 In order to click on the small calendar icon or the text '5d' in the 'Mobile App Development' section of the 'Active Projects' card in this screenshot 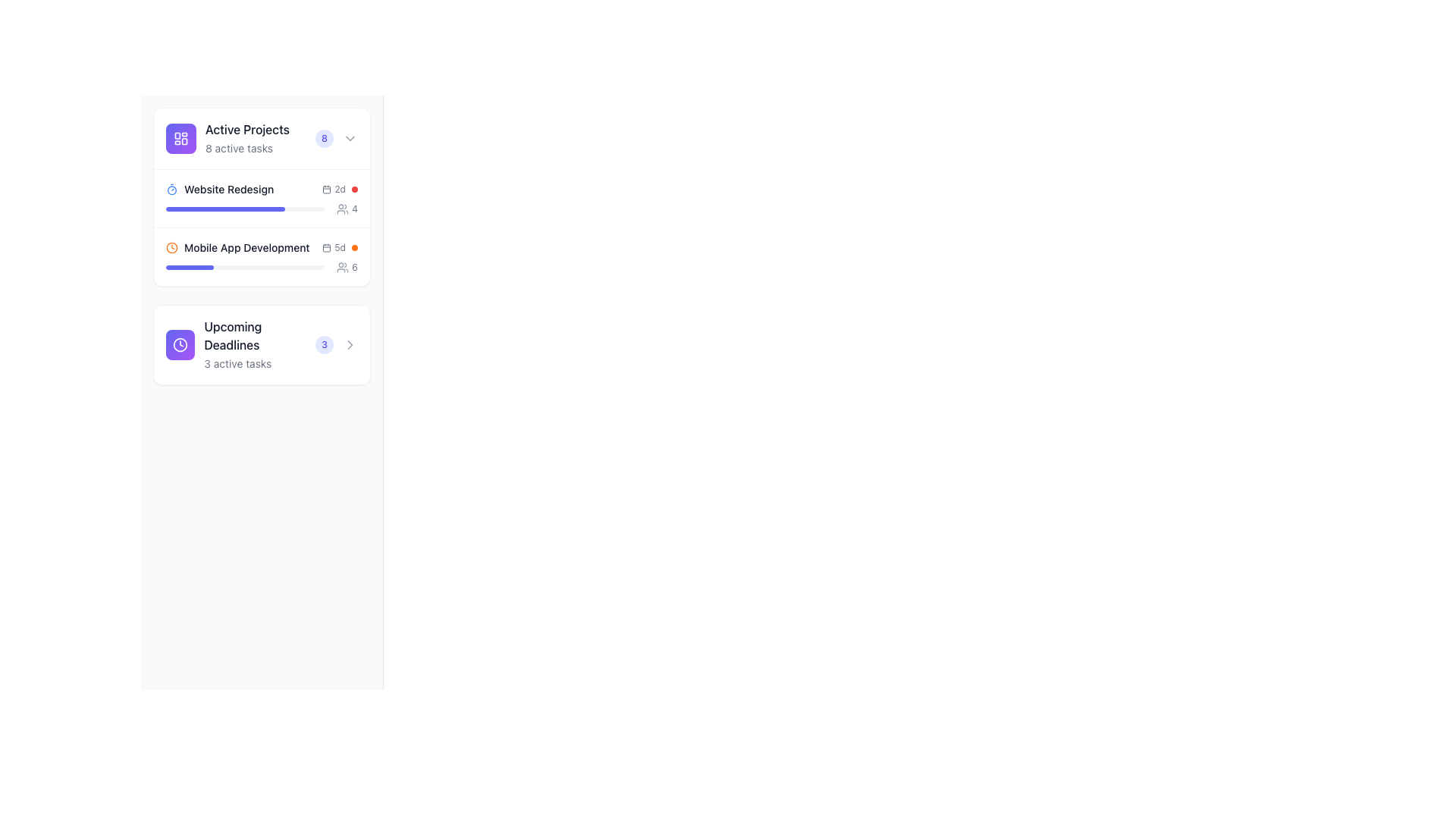, I will do `click(339, 247)`.